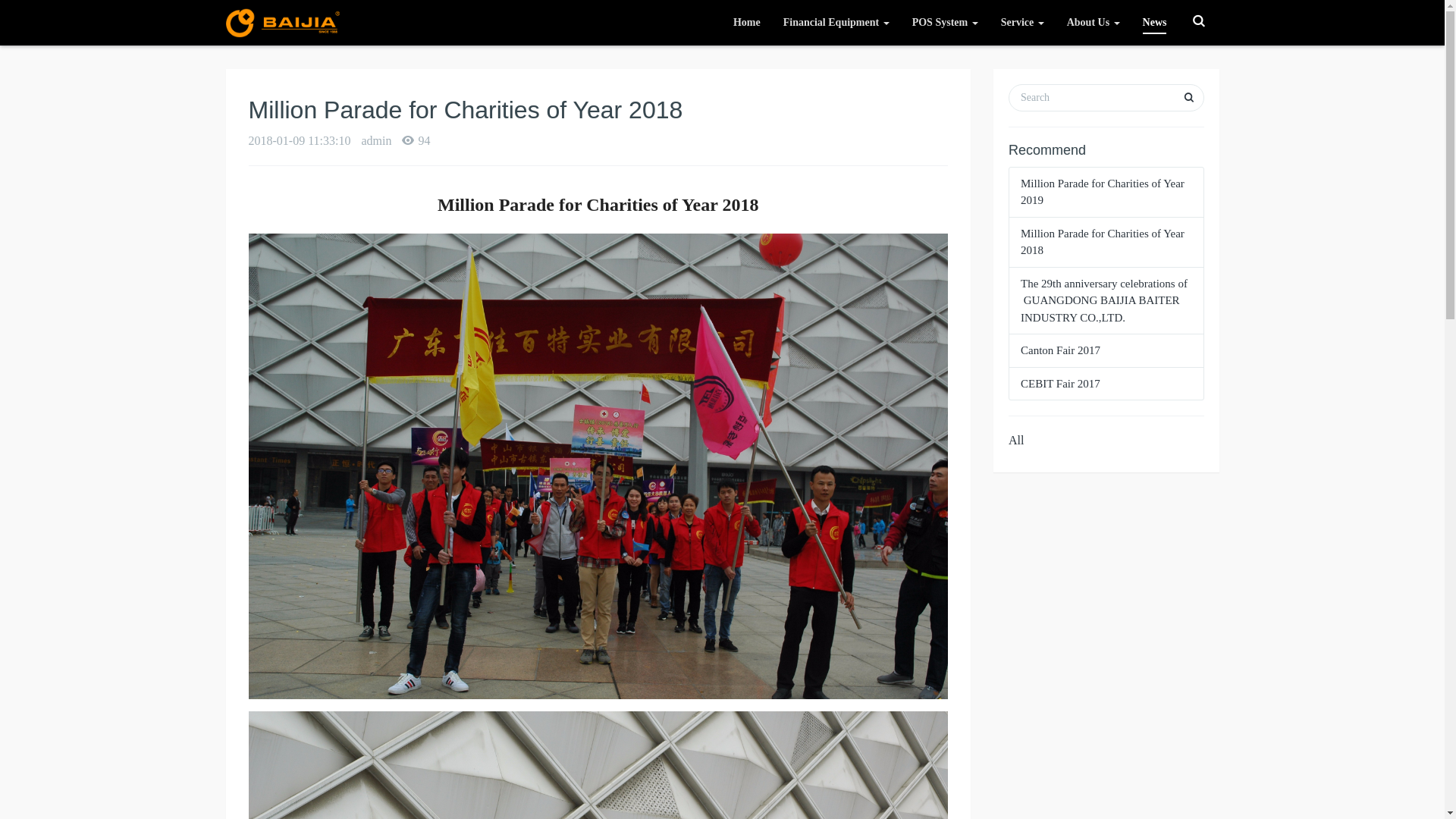 The image size is (1456, 819). What do you see at coordinates (1153, 23) in the screenshot?
I see `'News'` at bounding box center [1153, 23].